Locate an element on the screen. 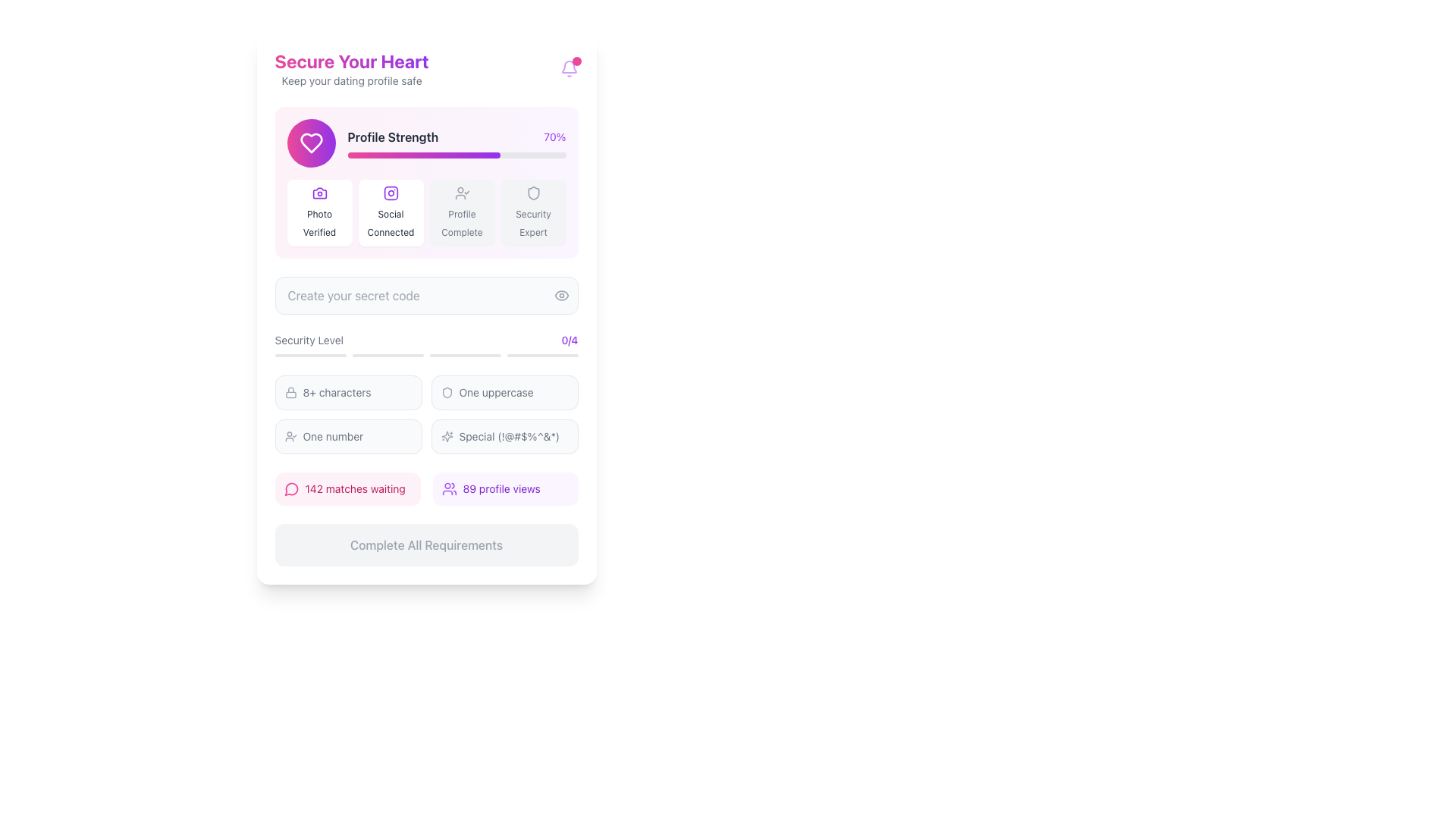  statistical information displayed in the Information Display Box located near the bottom of the main panel, above the 'Complete All Requirements' button is located at coordinates (425, 488).